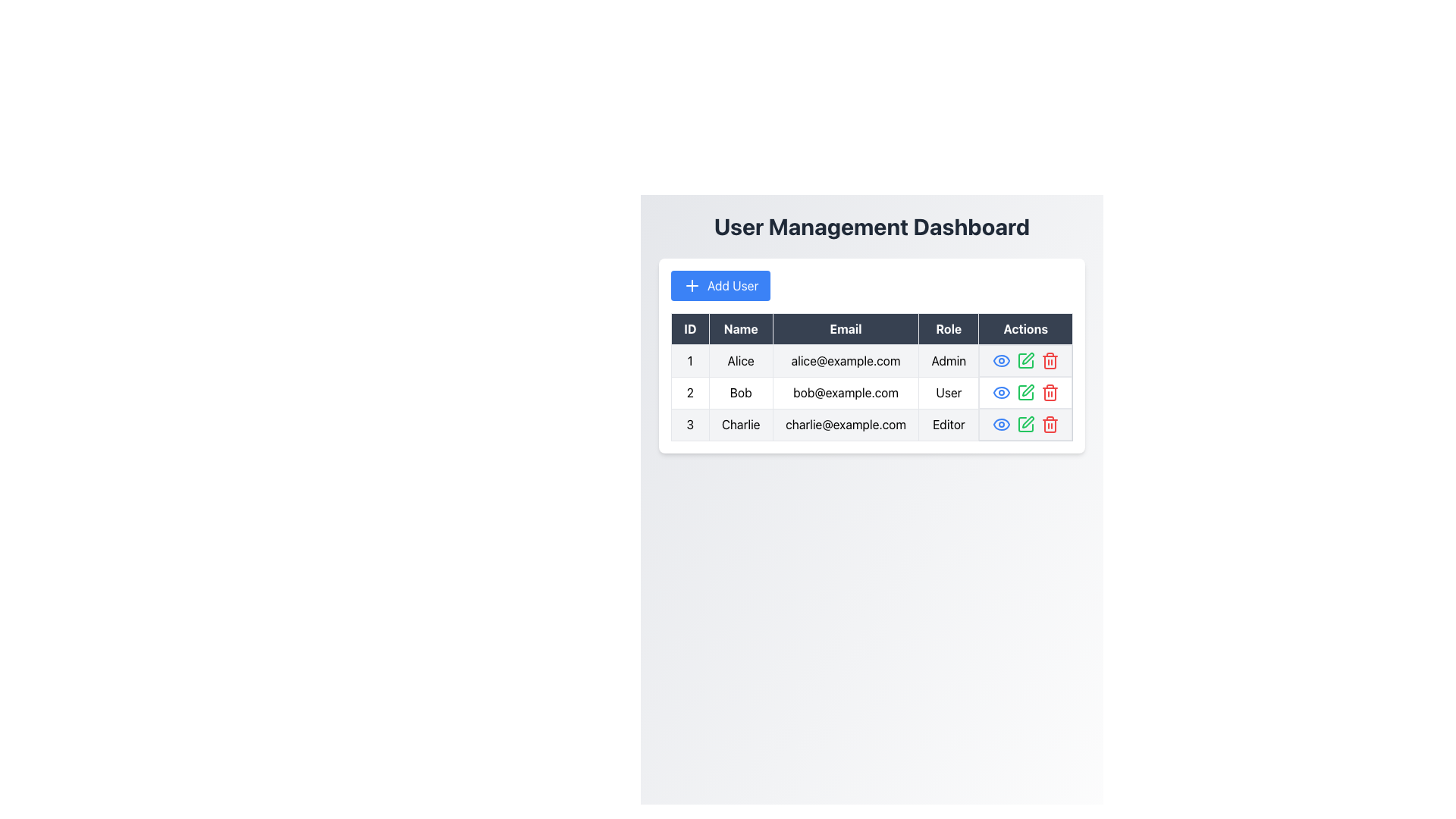  I want to click on the numeric text label displaying the number '2', which is located at the leftmost position within the second row of the User Management Dashboard table, so click(689, 391).